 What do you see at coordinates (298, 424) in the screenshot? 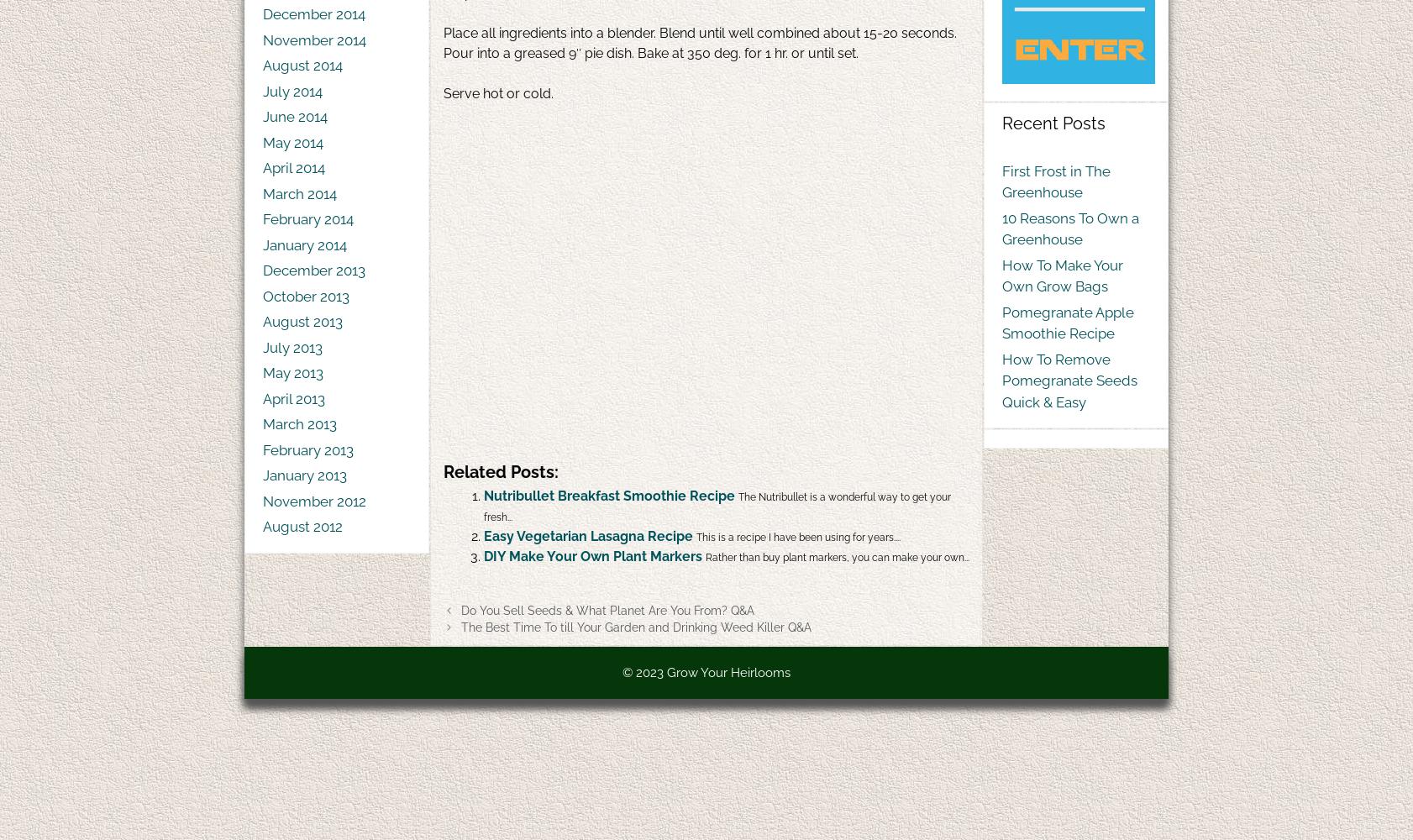
I see `'March 2013'` at bounding box center [298, 424].